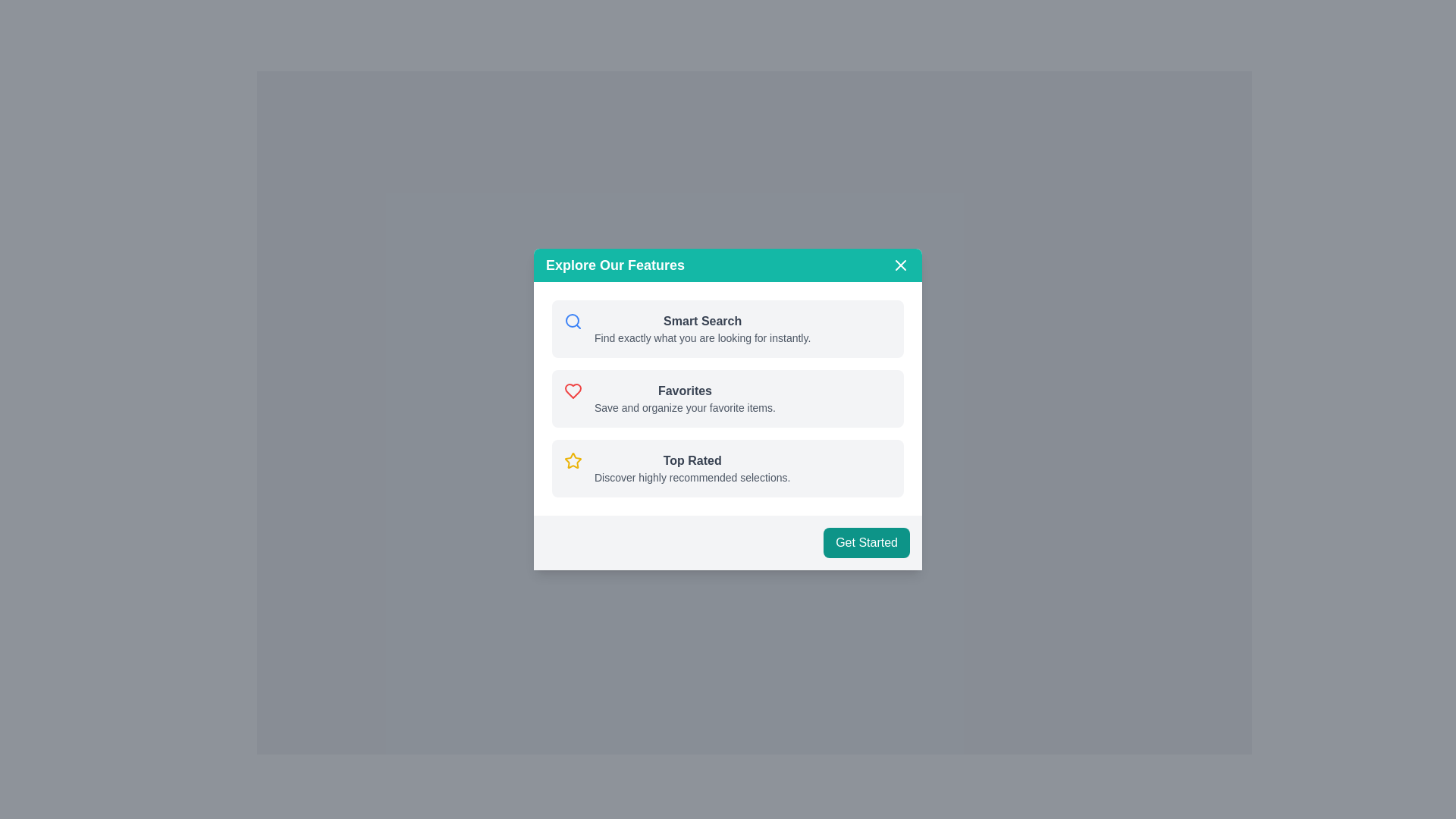 The width and height of the screenshot is (1456, 819). I want to click on the 'Favorites' section header label located centrally in the second section of the modal window, which is adjacent to a heart icon, so click(684, 391).